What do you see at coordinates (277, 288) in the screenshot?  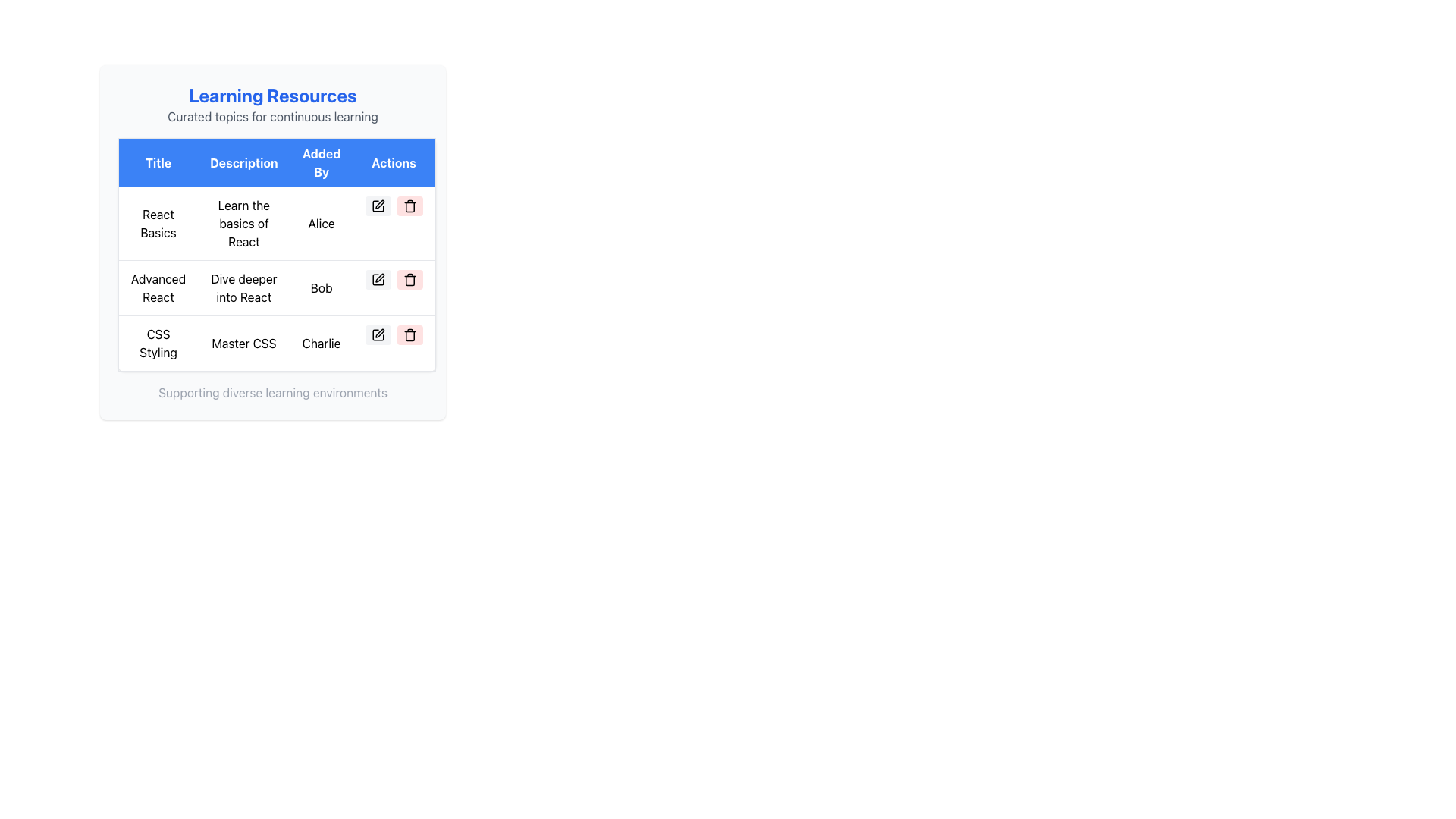 I see `the middle row of the table containing the title 'Advanced React', the description 'Dive deeper into React', and the contributor name 'Bob' using keyboard or mouse actions` at bounding box center [277, 288].